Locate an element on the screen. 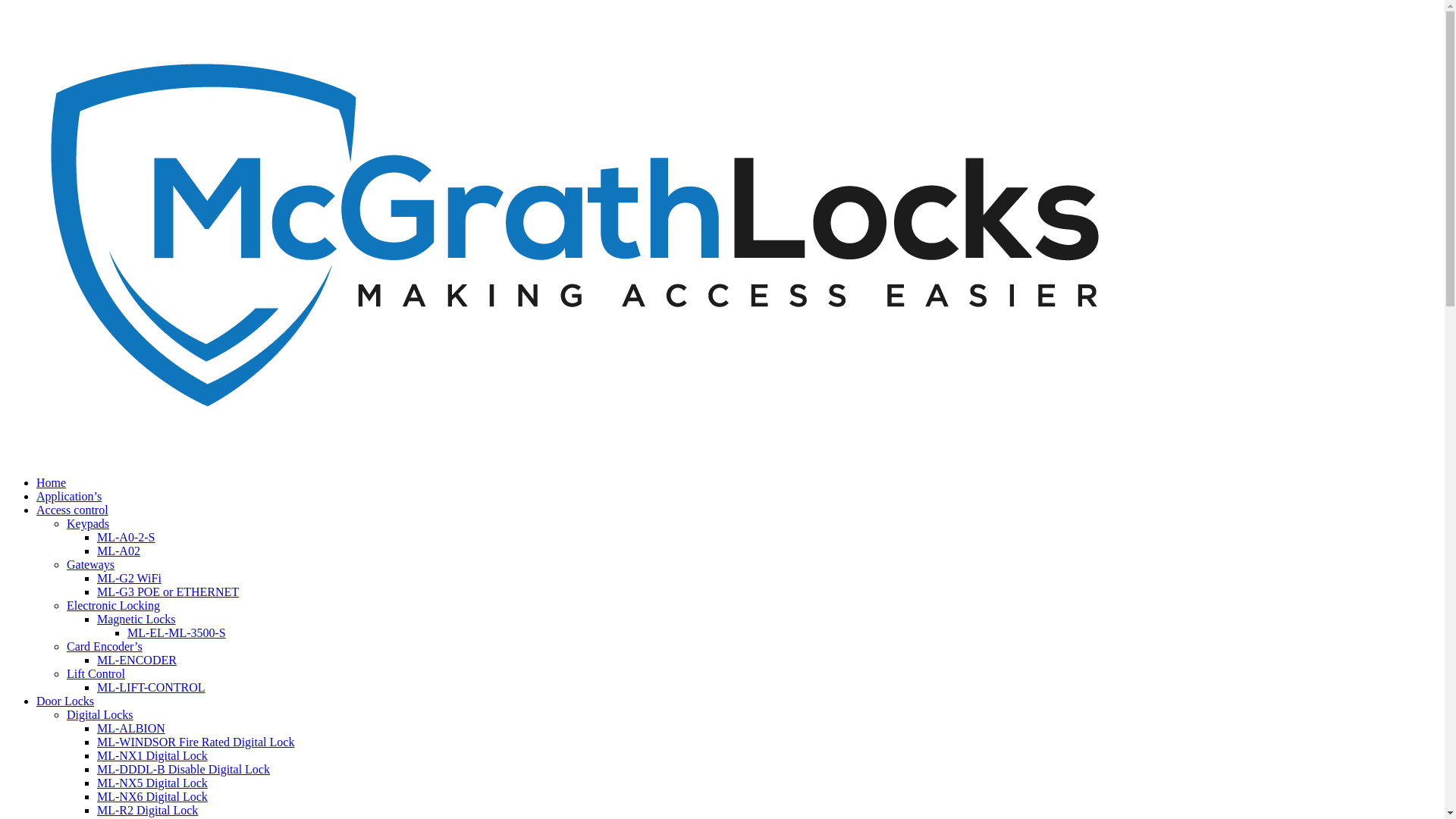 The width and height of the screenshot is (1456, 819). 'ML-WINDSOR Fire Rated Digital Lock' is located at coordinates (195, 741).